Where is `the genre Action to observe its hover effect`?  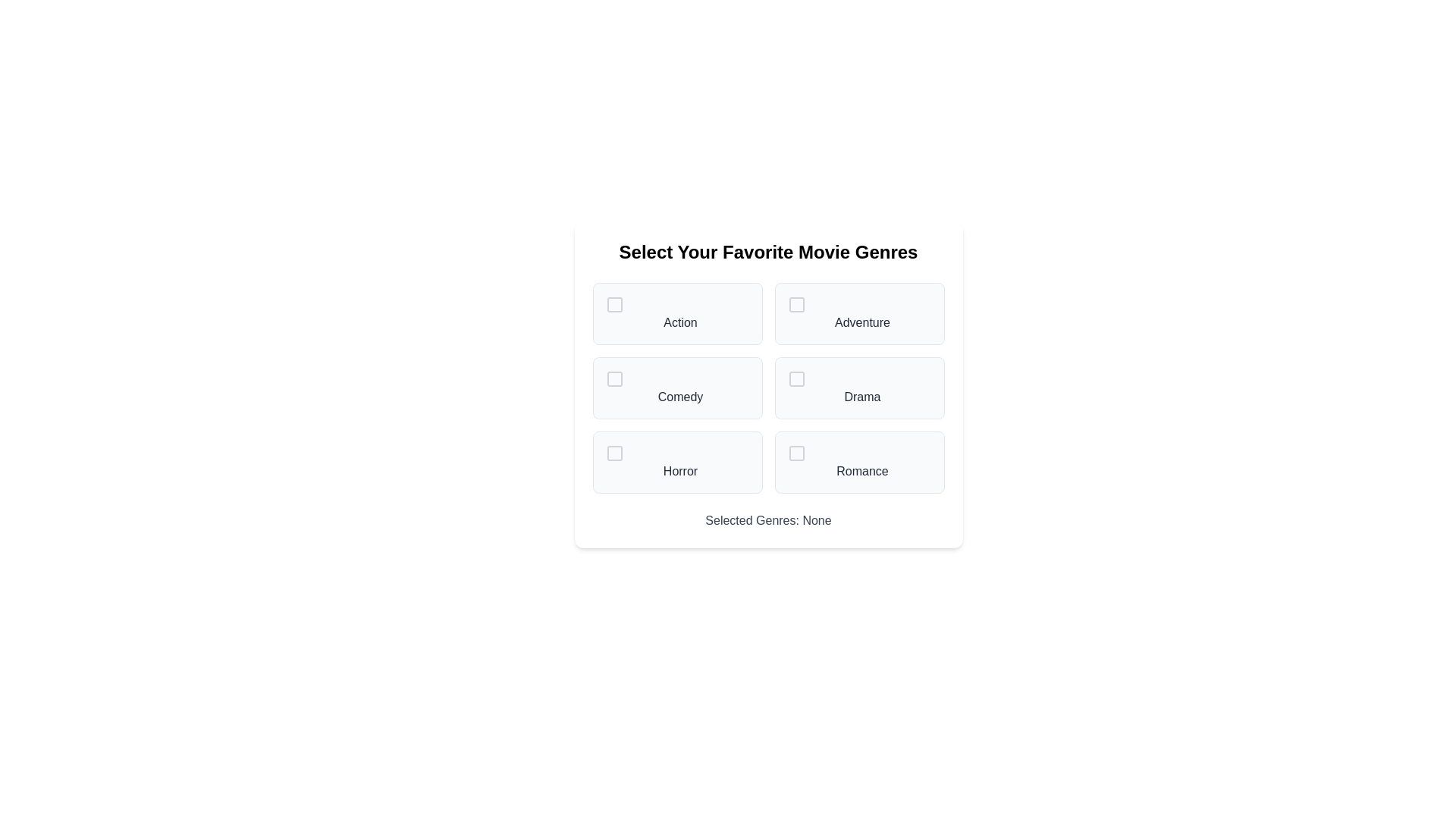
the genre Action to observe its hover effect is located at coordinates (676, 312).